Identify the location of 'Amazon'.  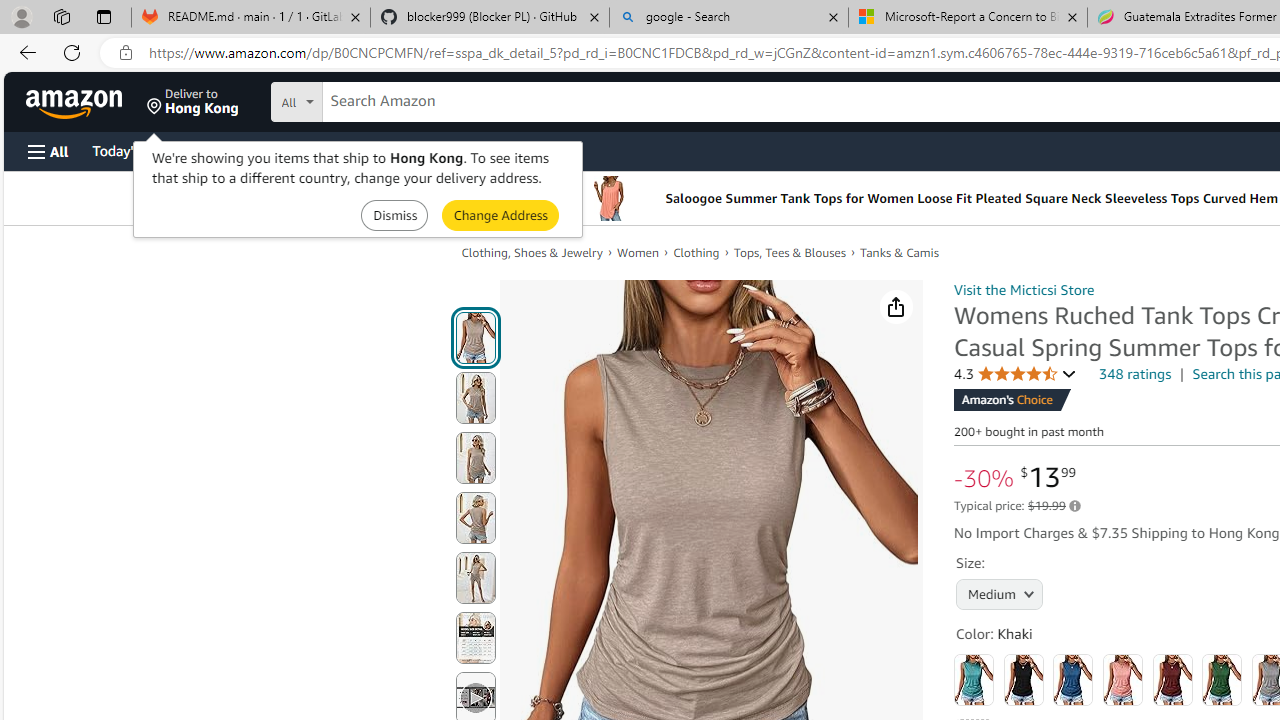
(76, 101).